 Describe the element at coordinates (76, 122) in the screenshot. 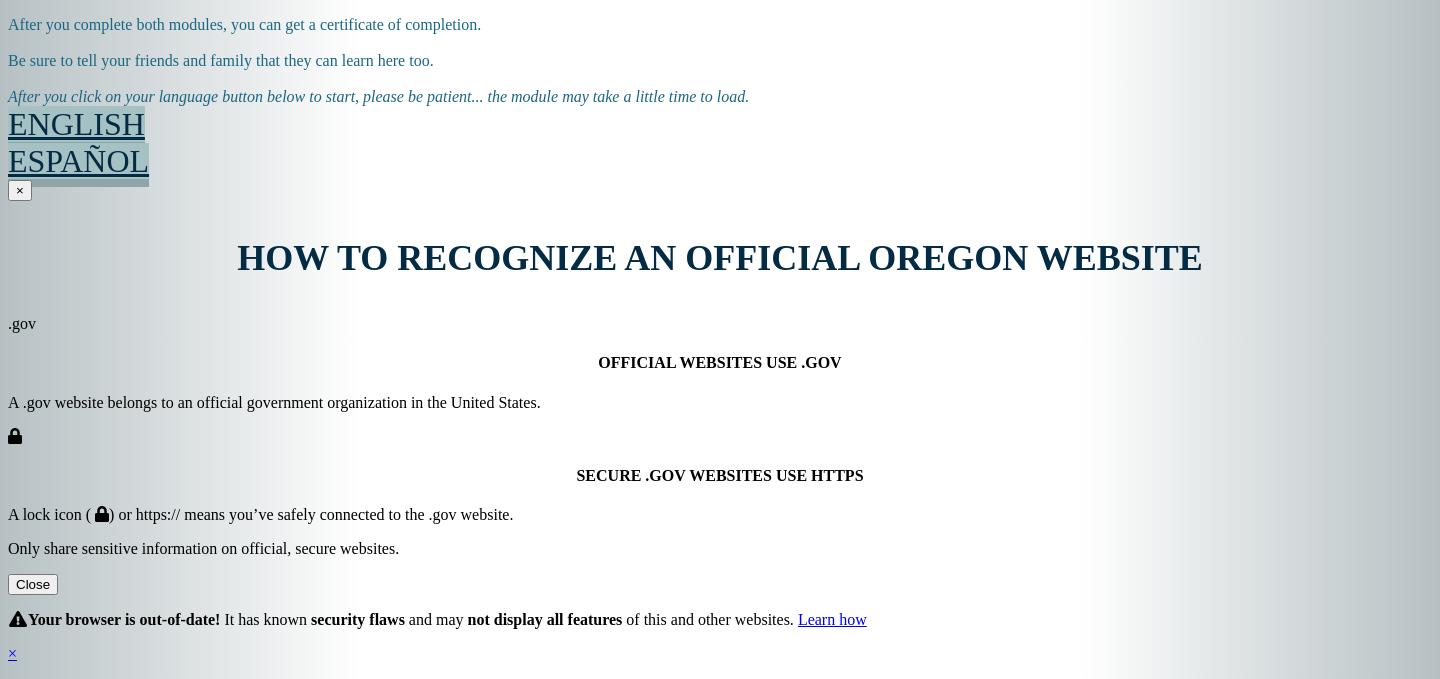

I see `'ENGLISH'` at that location.